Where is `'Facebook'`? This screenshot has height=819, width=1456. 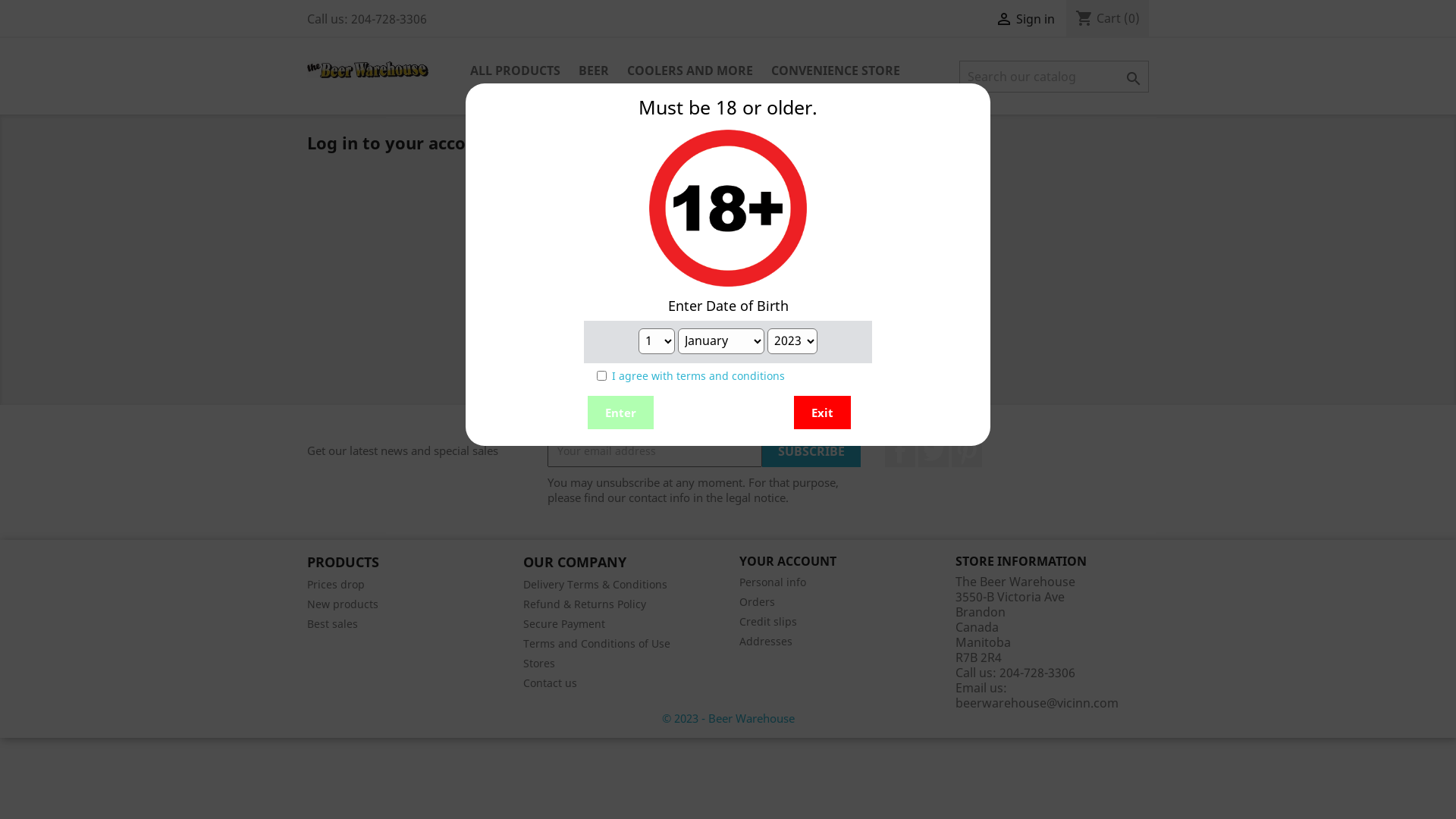 'Facebook' is located at coordinates (899, 451).